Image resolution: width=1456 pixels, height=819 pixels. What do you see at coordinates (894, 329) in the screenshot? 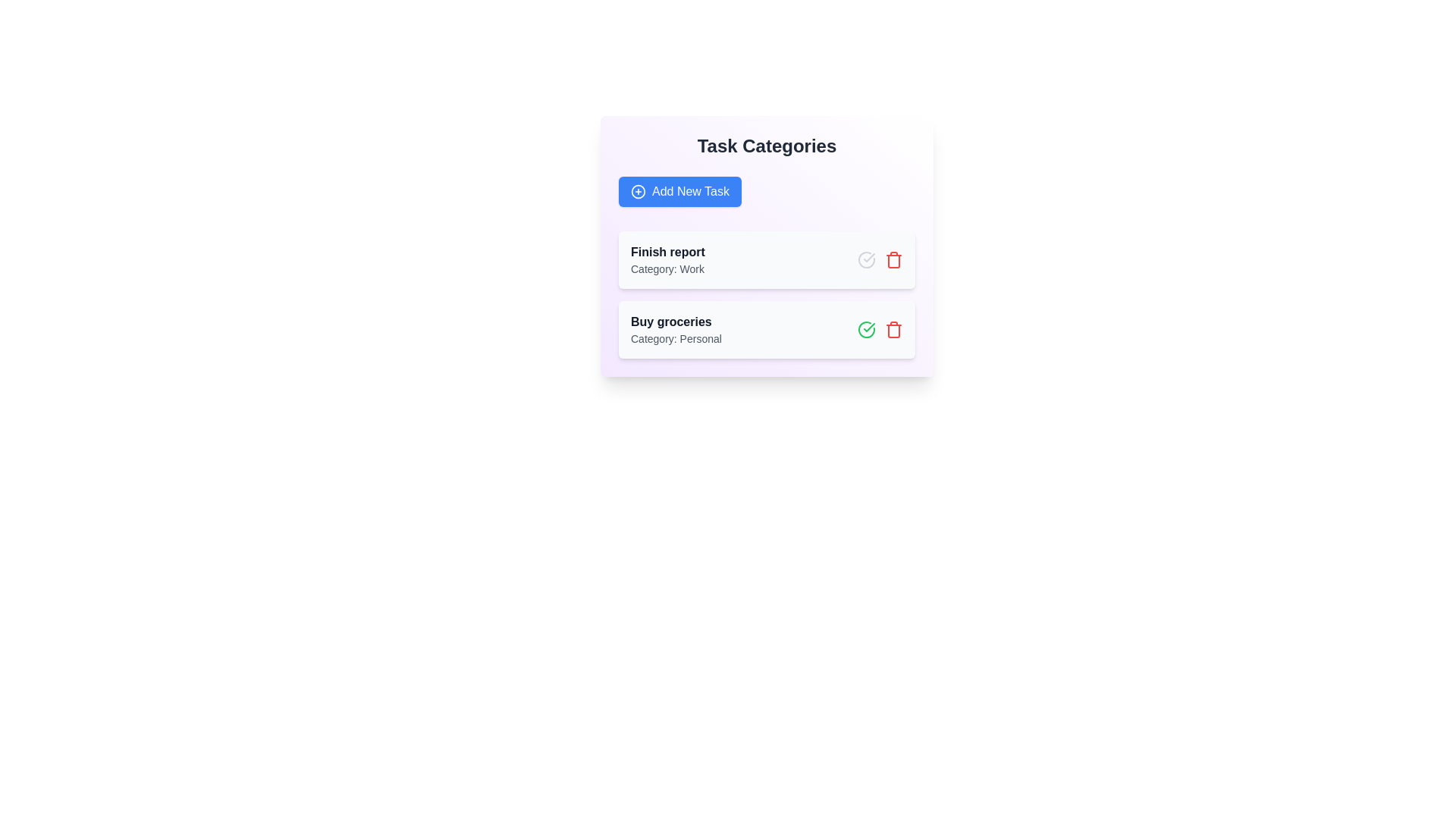
I see `the trash icon corresponding to the task 'Buy groceries' to delete it` at bounding box center [894, 329].